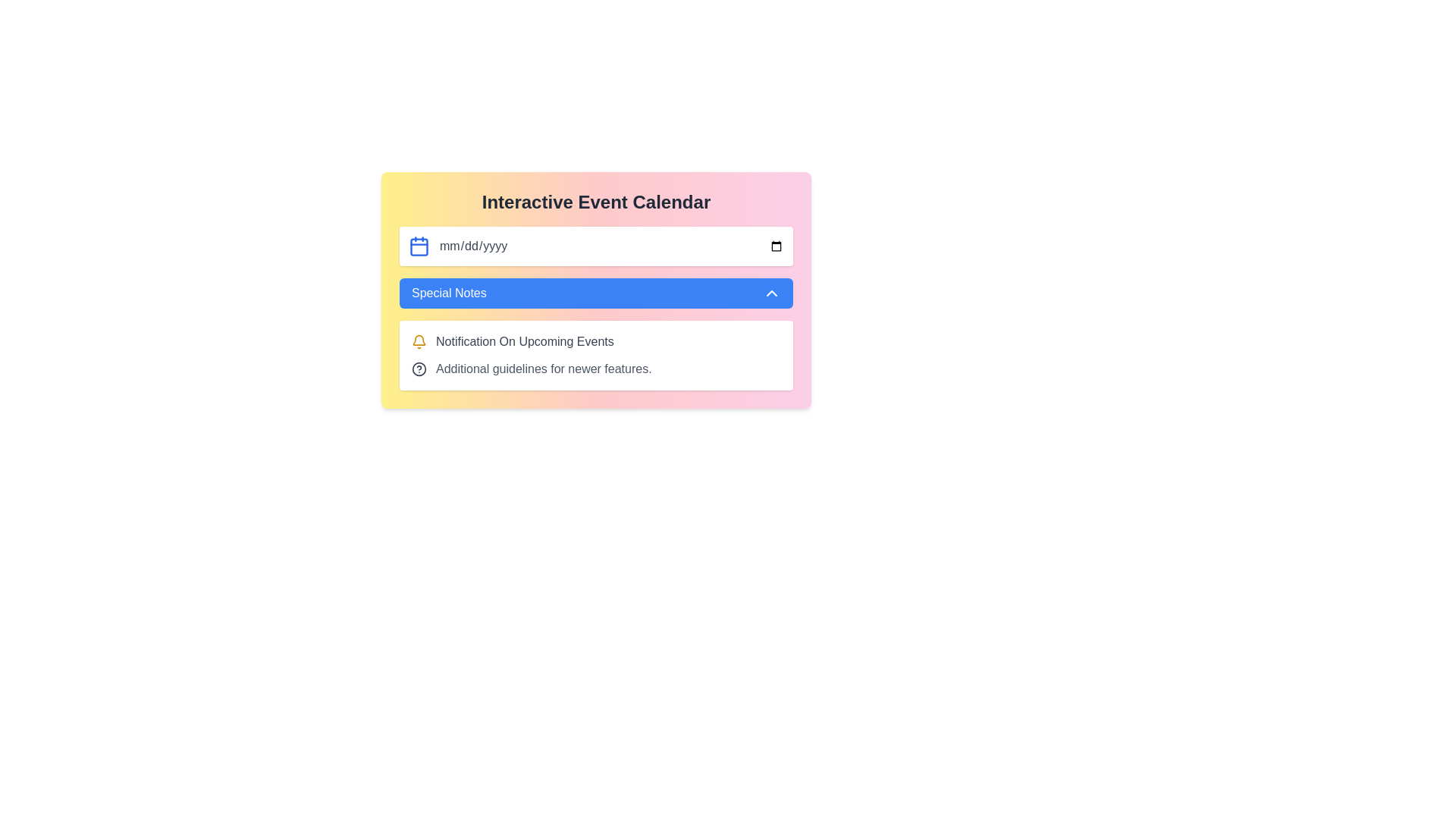 Image resolution: width=1456 pixels, height=819 pixels. Describe the element at coordinates (595, 293) in the screenshot. I see `the blue button labeled 'Special Notes' with a right-aligned chevron` at that location.